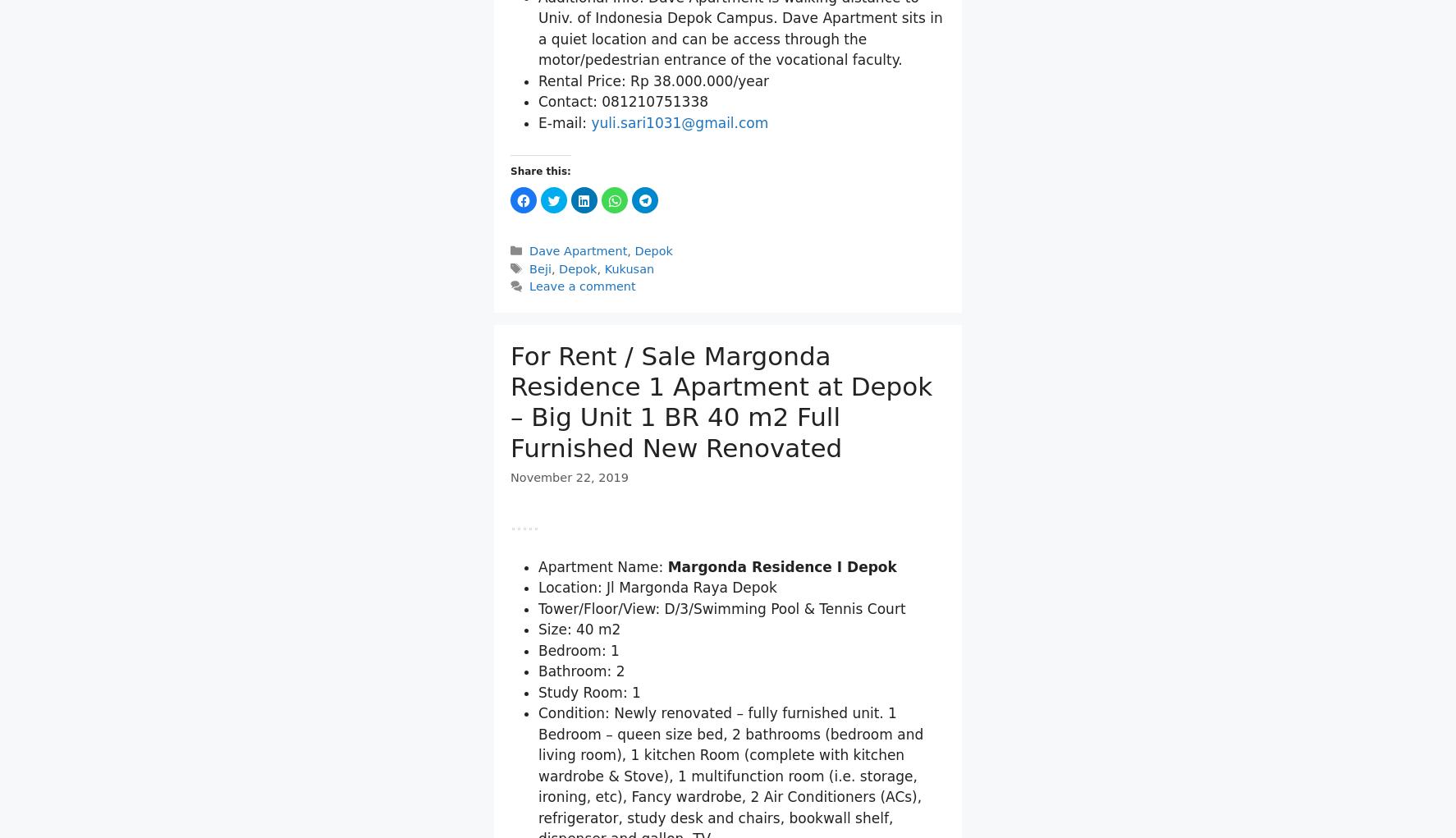 The image size is (1456, 838). Describe the element at coordinates (605, 42) in the screenshot. I see `'ATM Center'` at that location.